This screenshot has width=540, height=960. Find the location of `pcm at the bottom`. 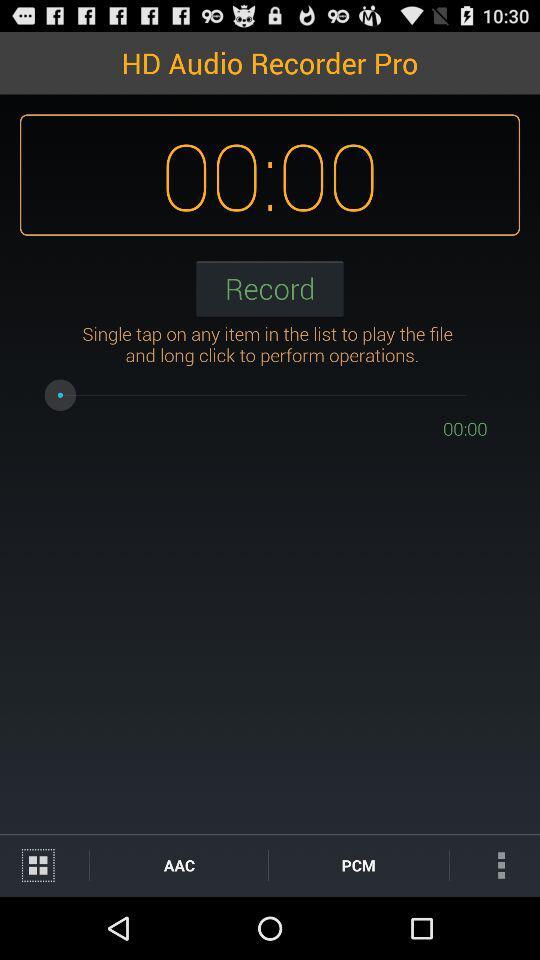

pcm at the bottom is located at coordinates (357, 864).